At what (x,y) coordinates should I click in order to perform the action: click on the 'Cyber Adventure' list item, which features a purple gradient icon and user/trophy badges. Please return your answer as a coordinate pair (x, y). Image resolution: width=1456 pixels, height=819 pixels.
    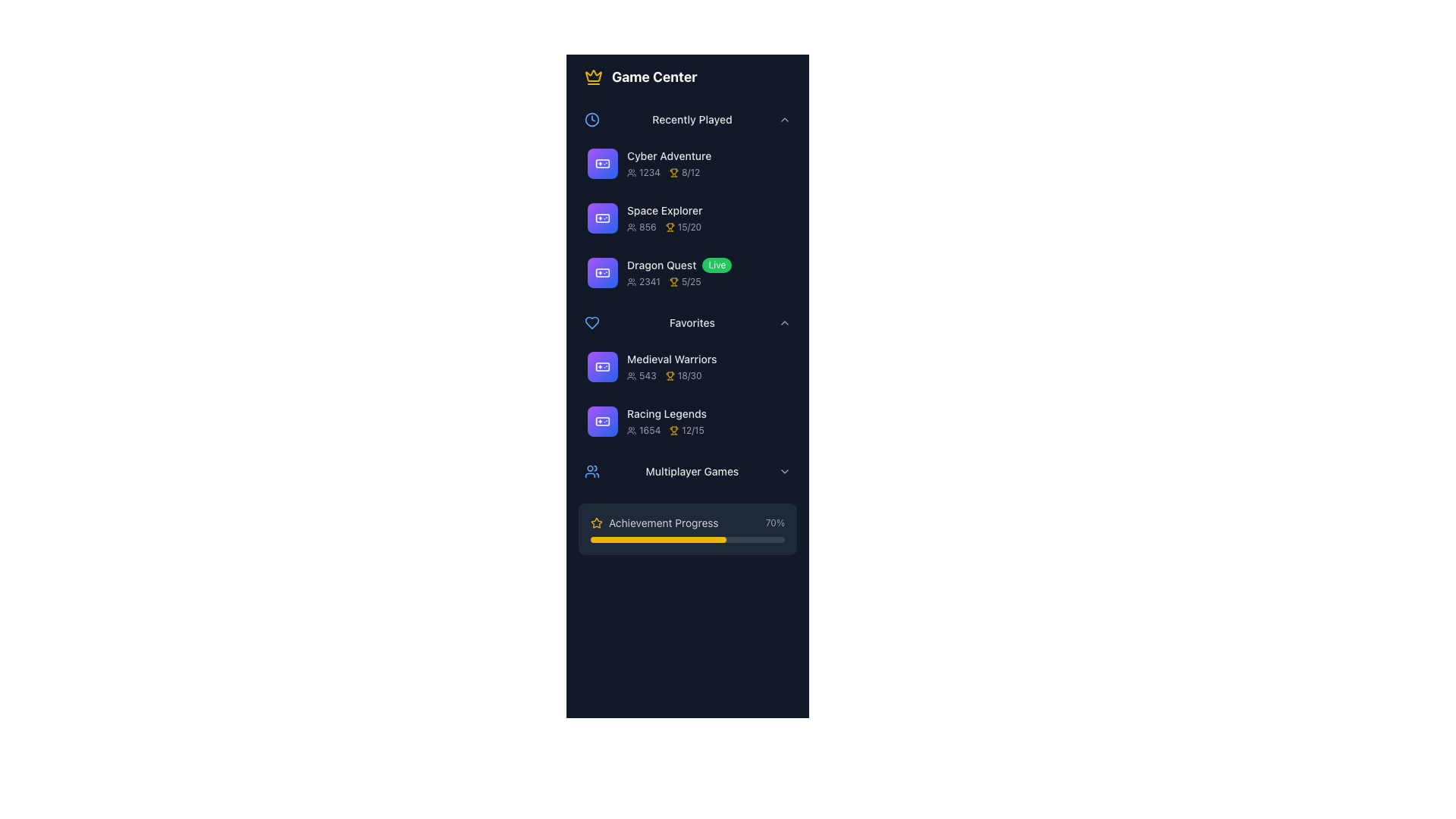
    Looking at the image, I should click on (687, 164).